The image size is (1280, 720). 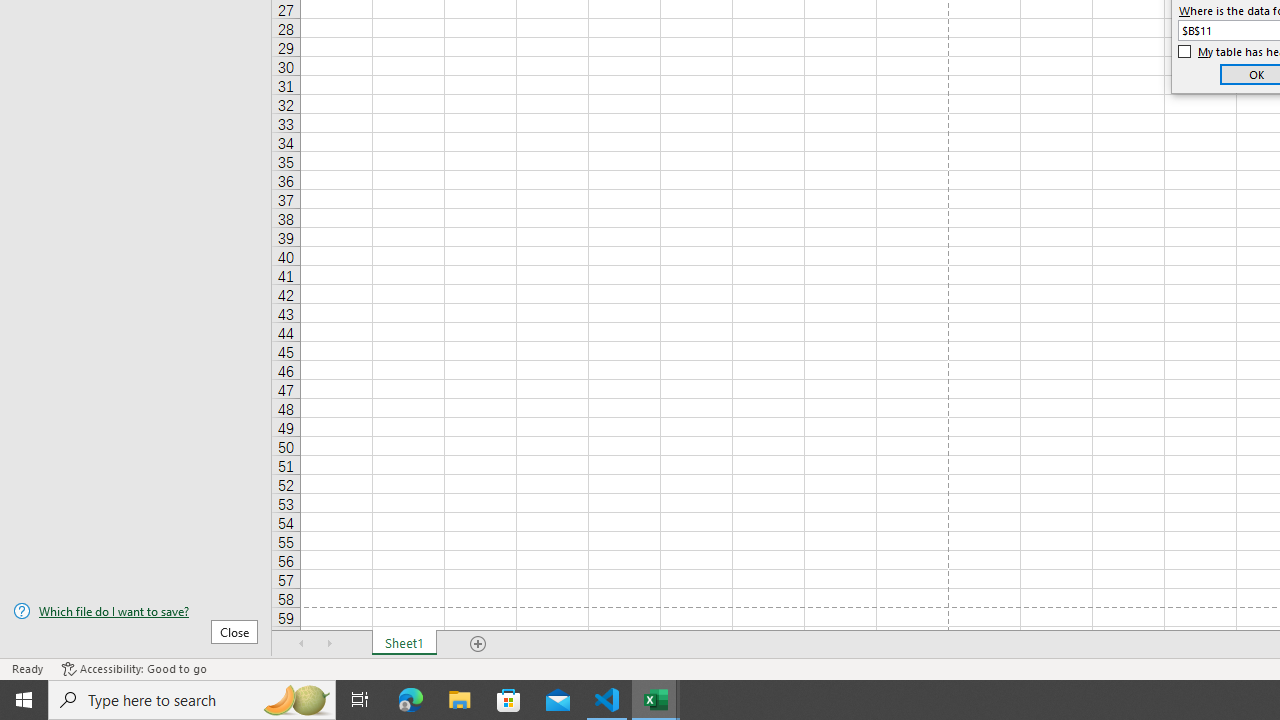 What do you see at coordinates (403, 644) in the screenshot?
I see `'Sheet1'` at bounding box center [403, 644].